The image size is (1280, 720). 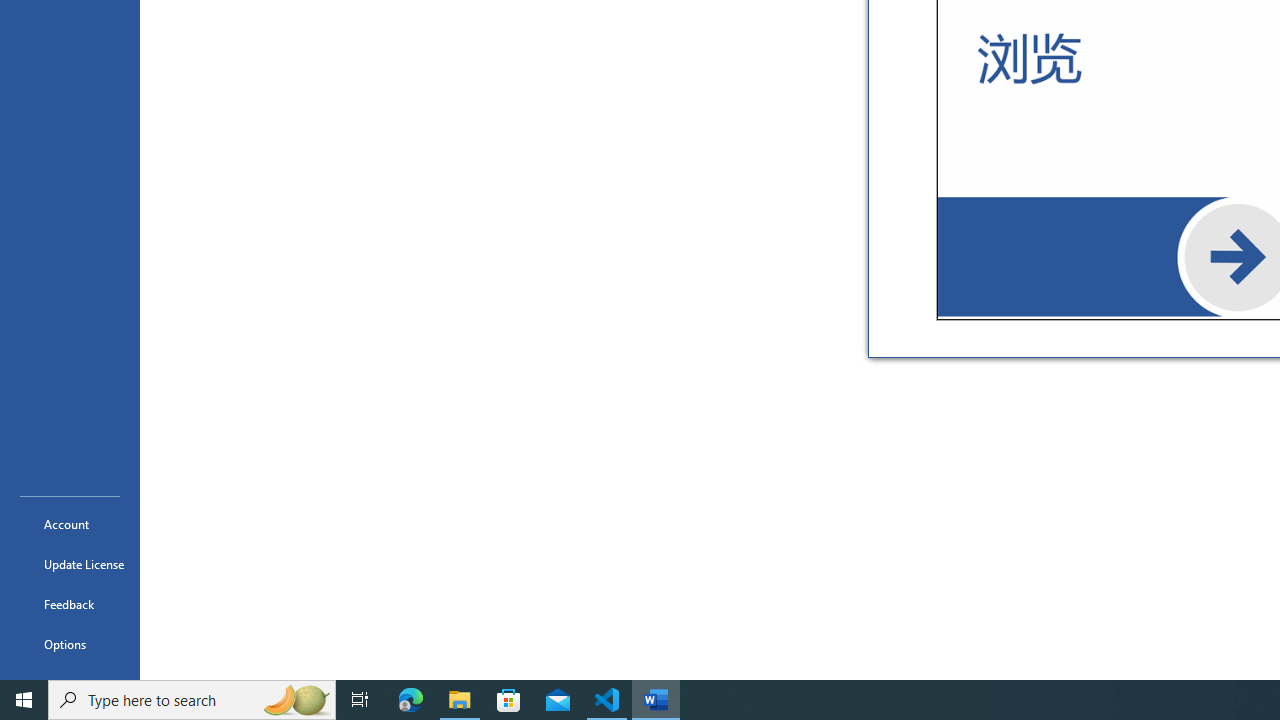 I want to click on 'Account', so click(x=69, y=523).